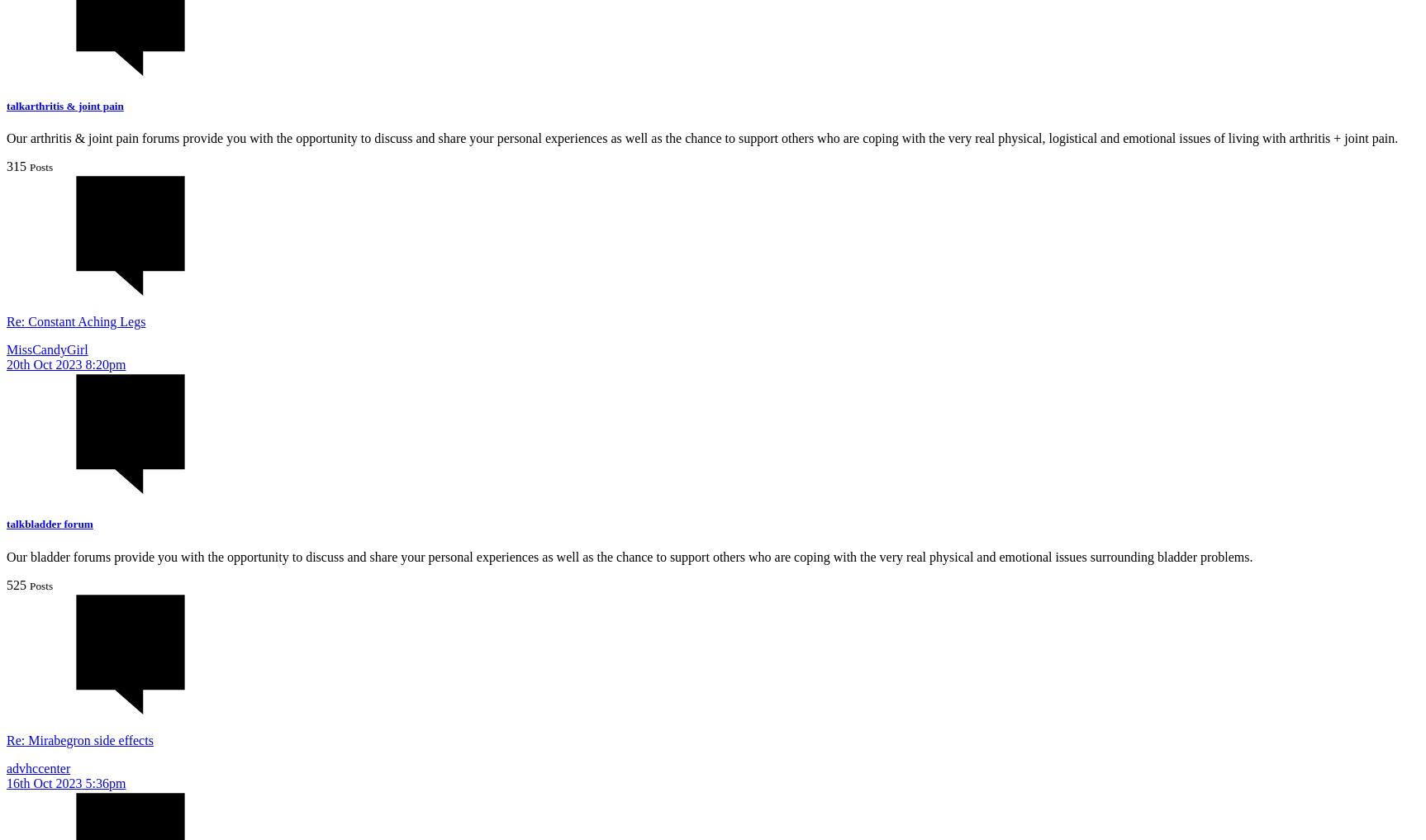 This screenshot has height=840, width=1426. I want to click on 'advhccenter', so click(38, 766).